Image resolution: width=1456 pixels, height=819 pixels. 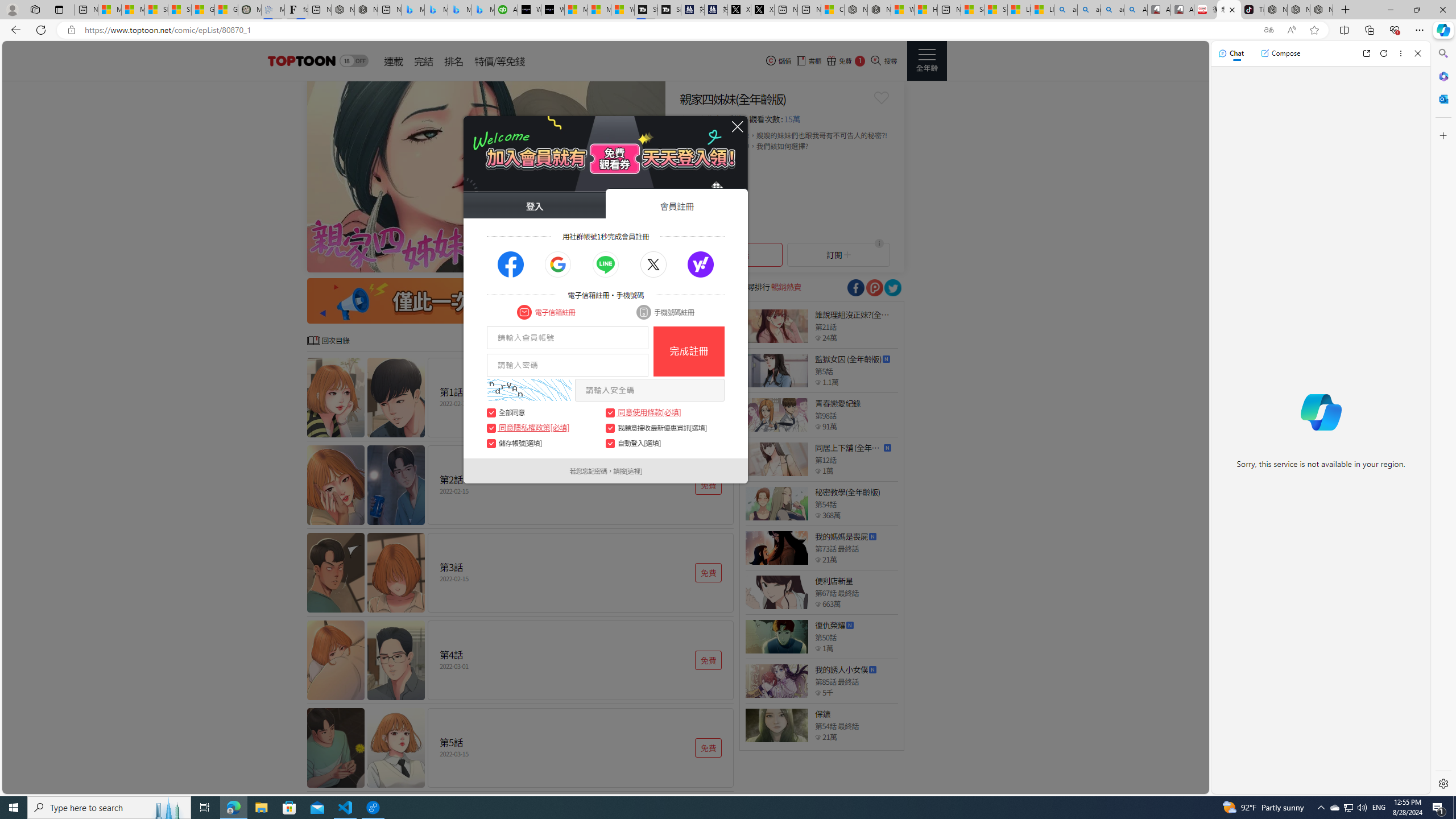 What do you see at coordinates (1135, 9) in the screenshot?
I see `'Amazon Echo Robot - Search Images'` at bounding box center [1135, 9].